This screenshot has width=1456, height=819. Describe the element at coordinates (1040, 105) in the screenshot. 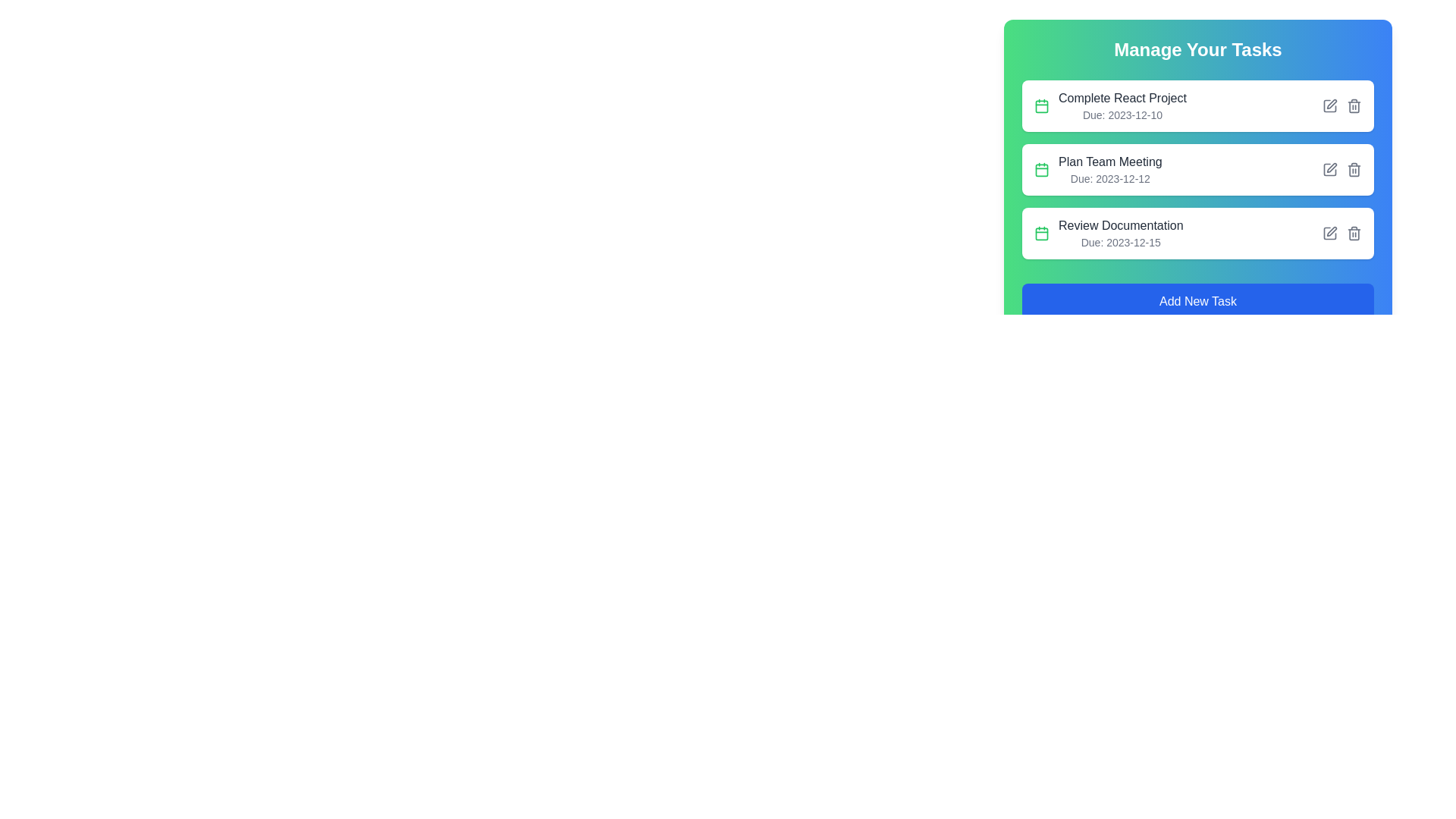

I see `the calendar icon in the task card labeled 'Complete React Project' by clicking on its background rectangle with rounded corners` at that location.